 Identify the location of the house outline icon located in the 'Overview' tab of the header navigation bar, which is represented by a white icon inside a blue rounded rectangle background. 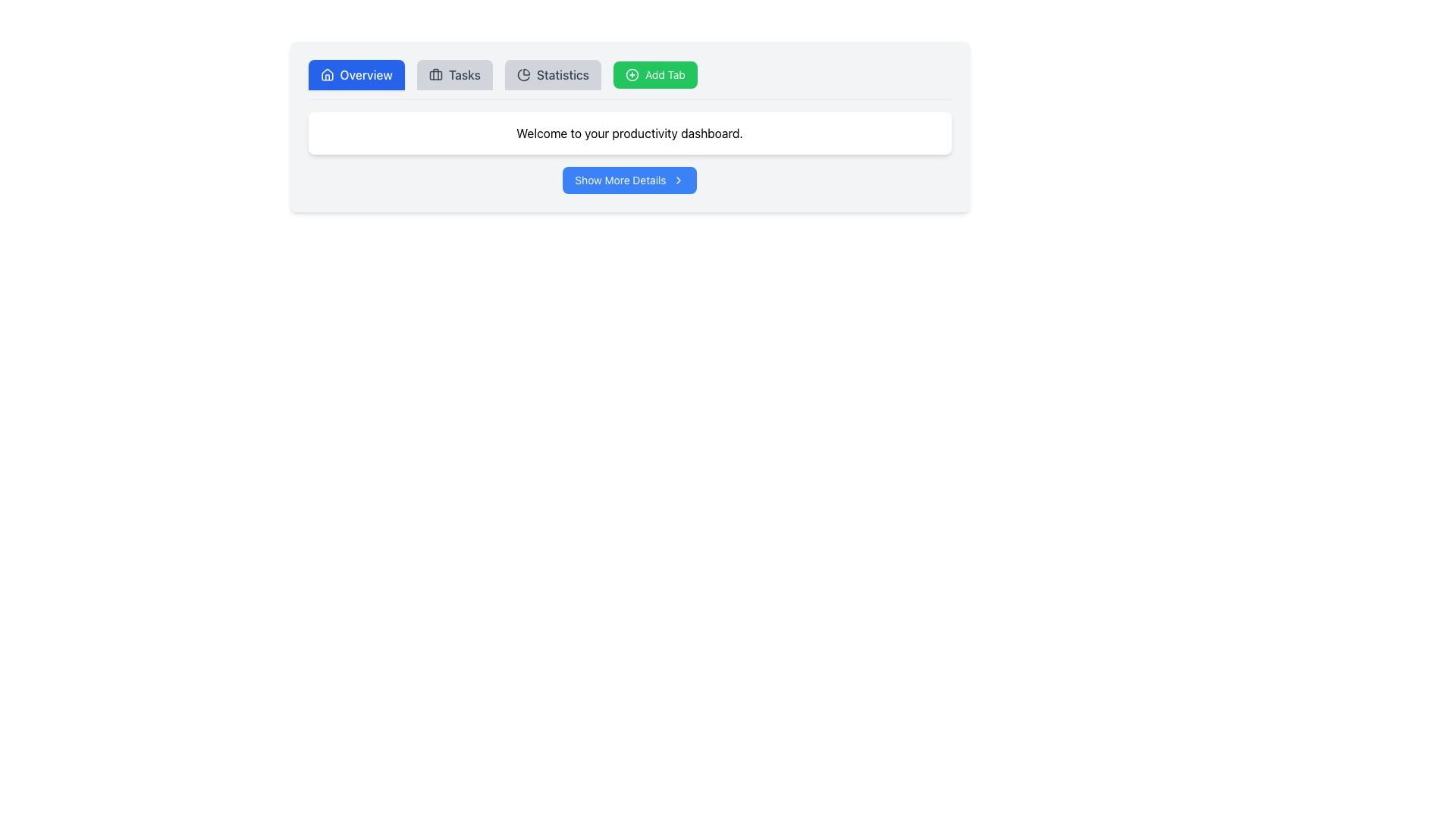
(326, 75).